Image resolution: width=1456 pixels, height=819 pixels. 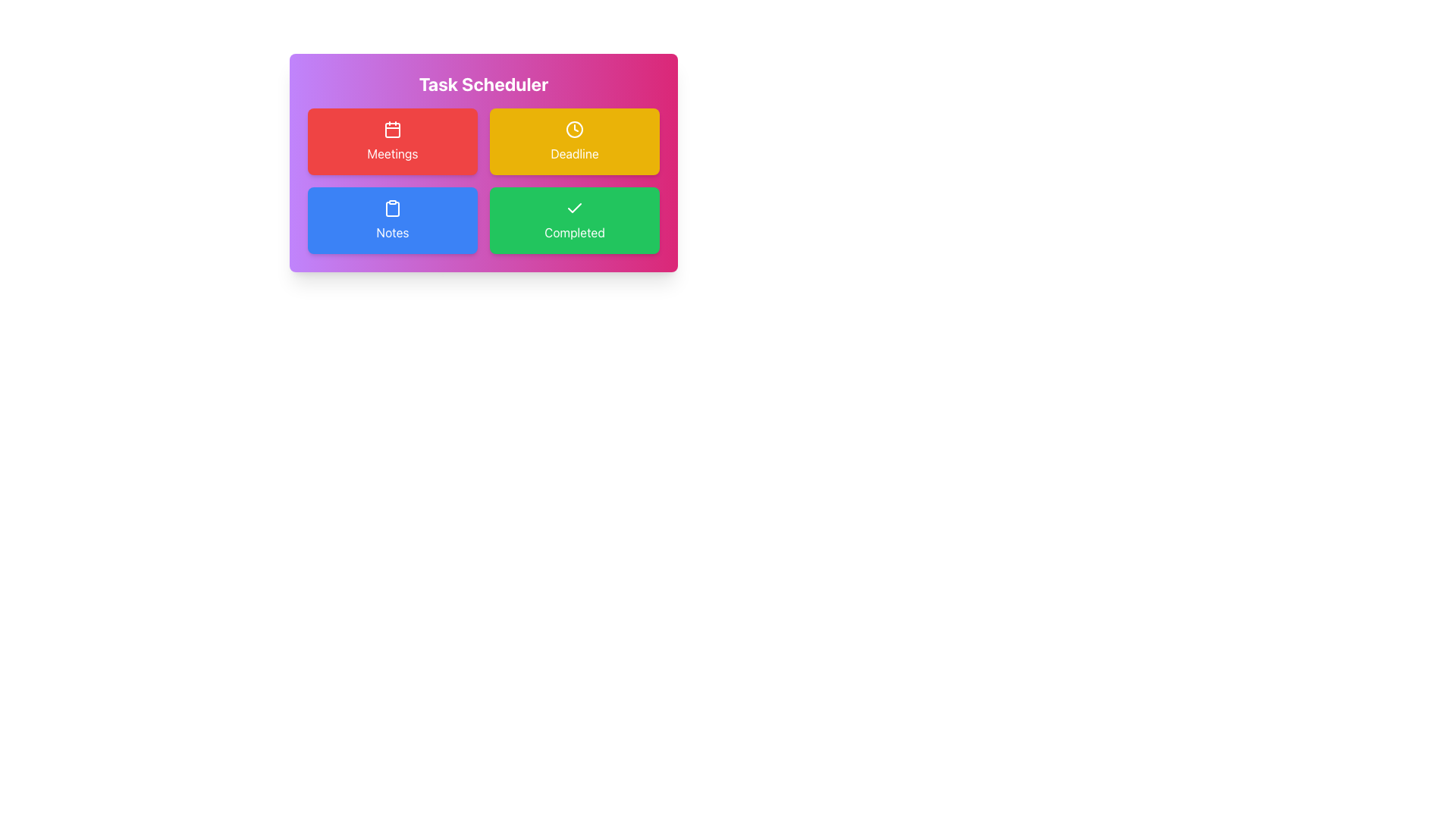 What do you see at coordinates (393, 233) in the screenshot?
I see `the text label located at the bottom of the blue button labeled 'Notes' for accessibility tools` at bounding box center [393, 233].